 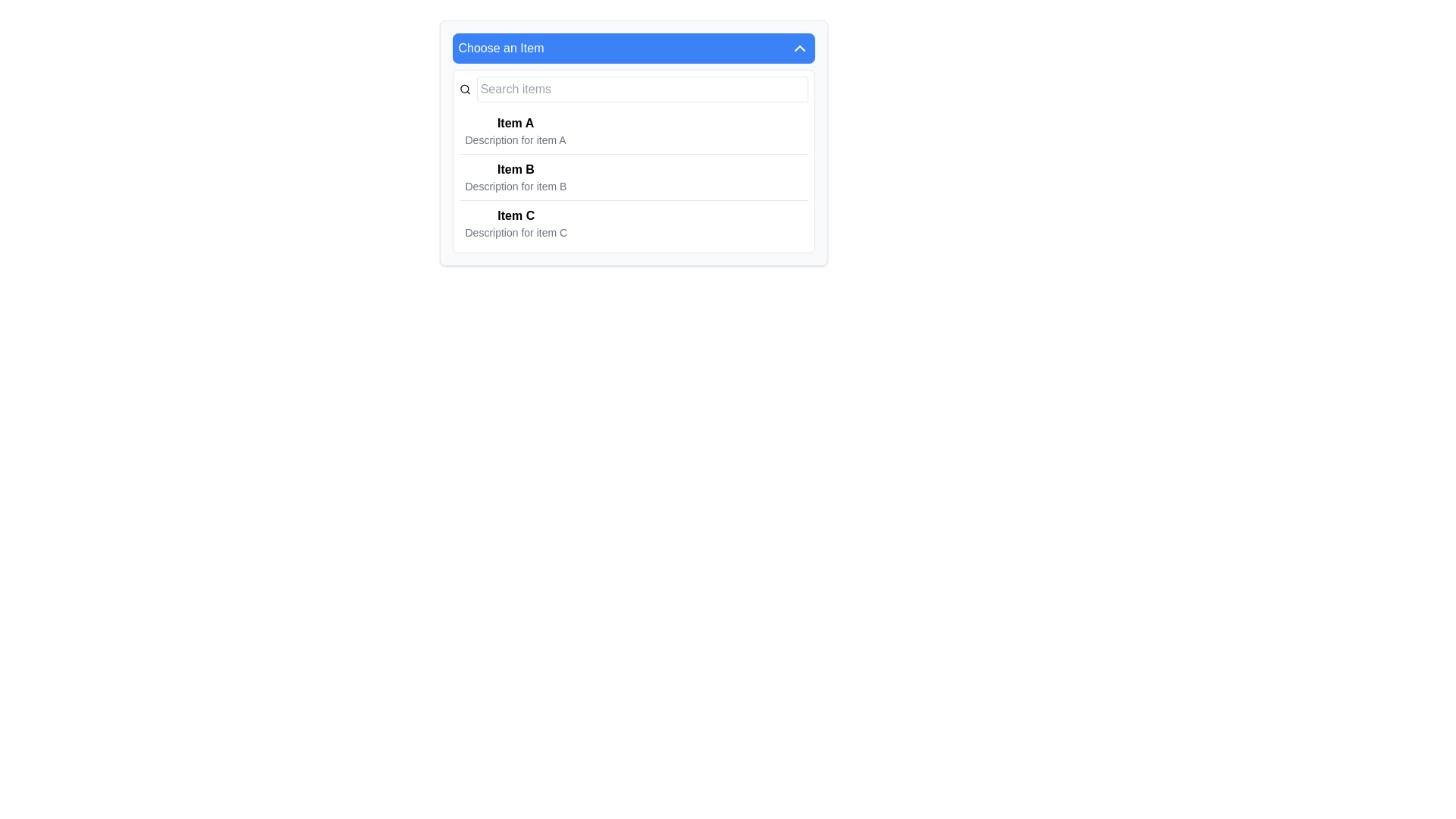 What do you see at coordinates (633, 130) in the screenshot?
I see `the first selectable item in the dropdown menu` at bounding box center [633, 130].